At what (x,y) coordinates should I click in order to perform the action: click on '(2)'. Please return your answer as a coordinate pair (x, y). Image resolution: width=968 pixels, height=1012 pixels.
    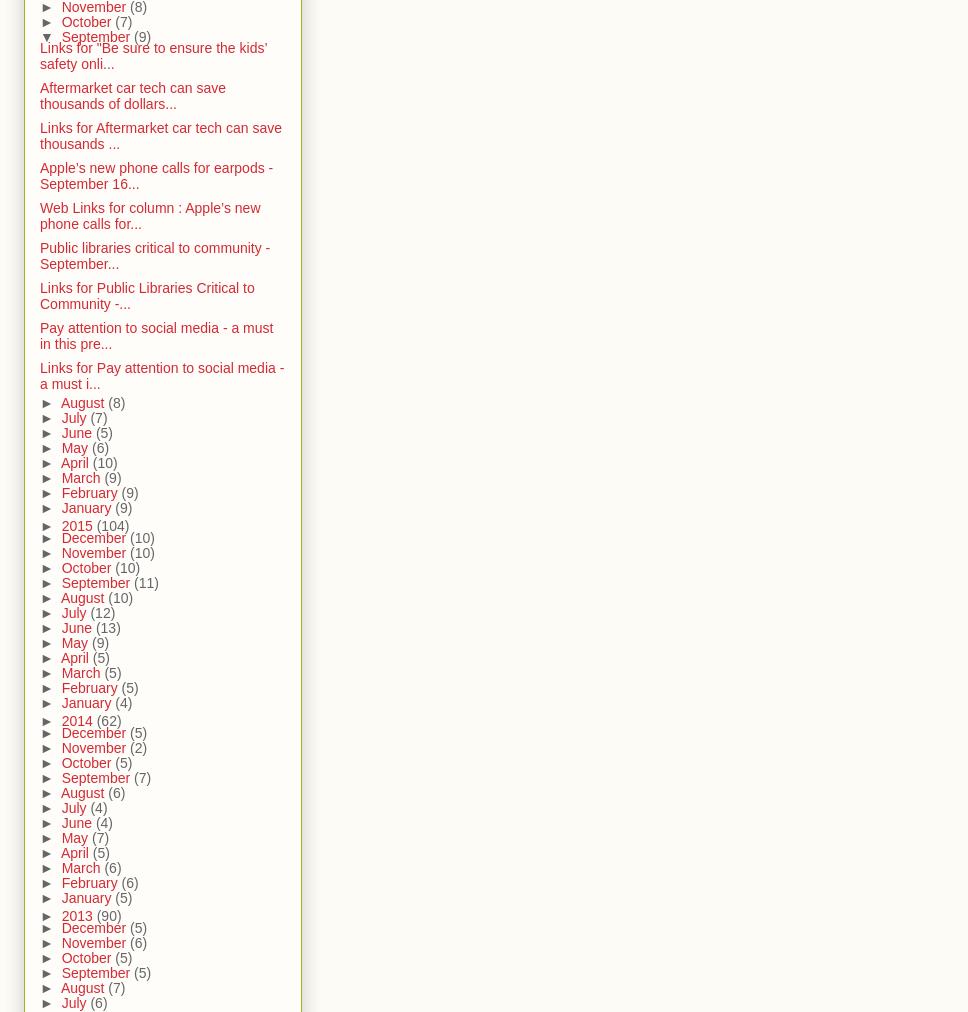
    Looking at the image, I should click on (129, 746).